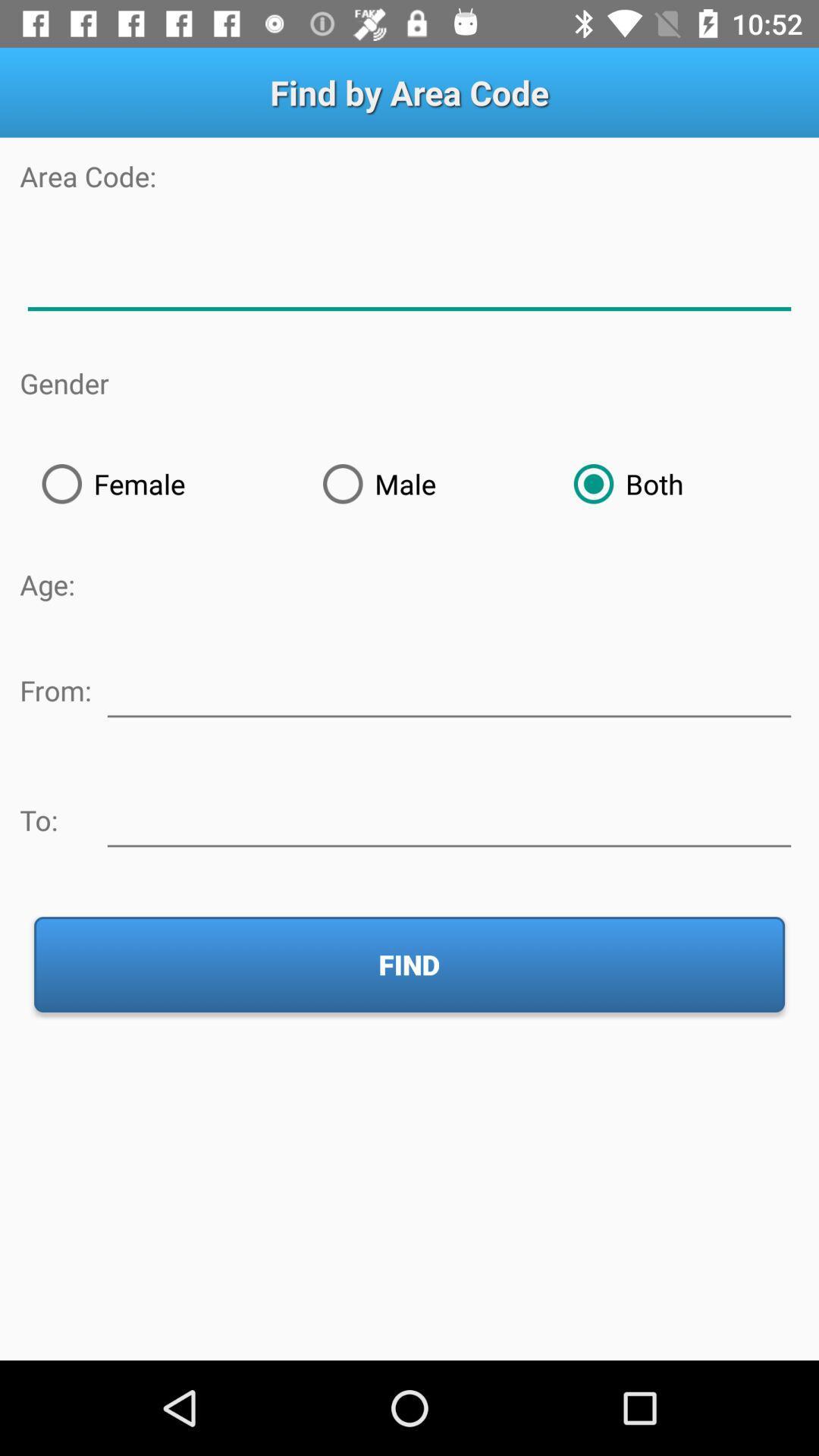 The image size is (819, 1456). What do you see at coordinates (160, 483) in the screenshot?
I see `female` at bounding box center [160, 483].